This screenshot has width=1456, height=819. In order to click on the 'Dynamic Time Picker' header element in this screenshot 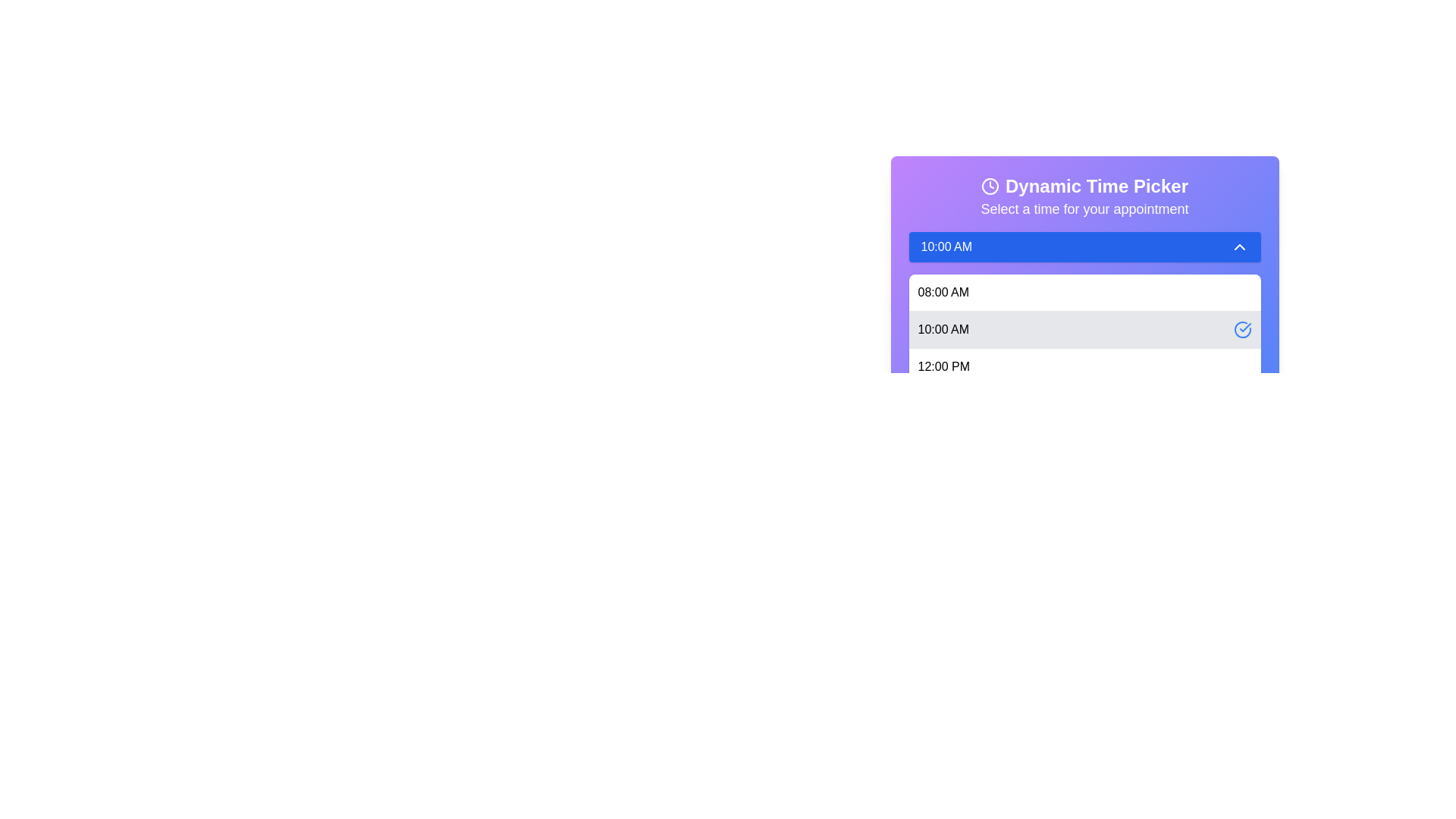, I will do `click(1097, 186)`.